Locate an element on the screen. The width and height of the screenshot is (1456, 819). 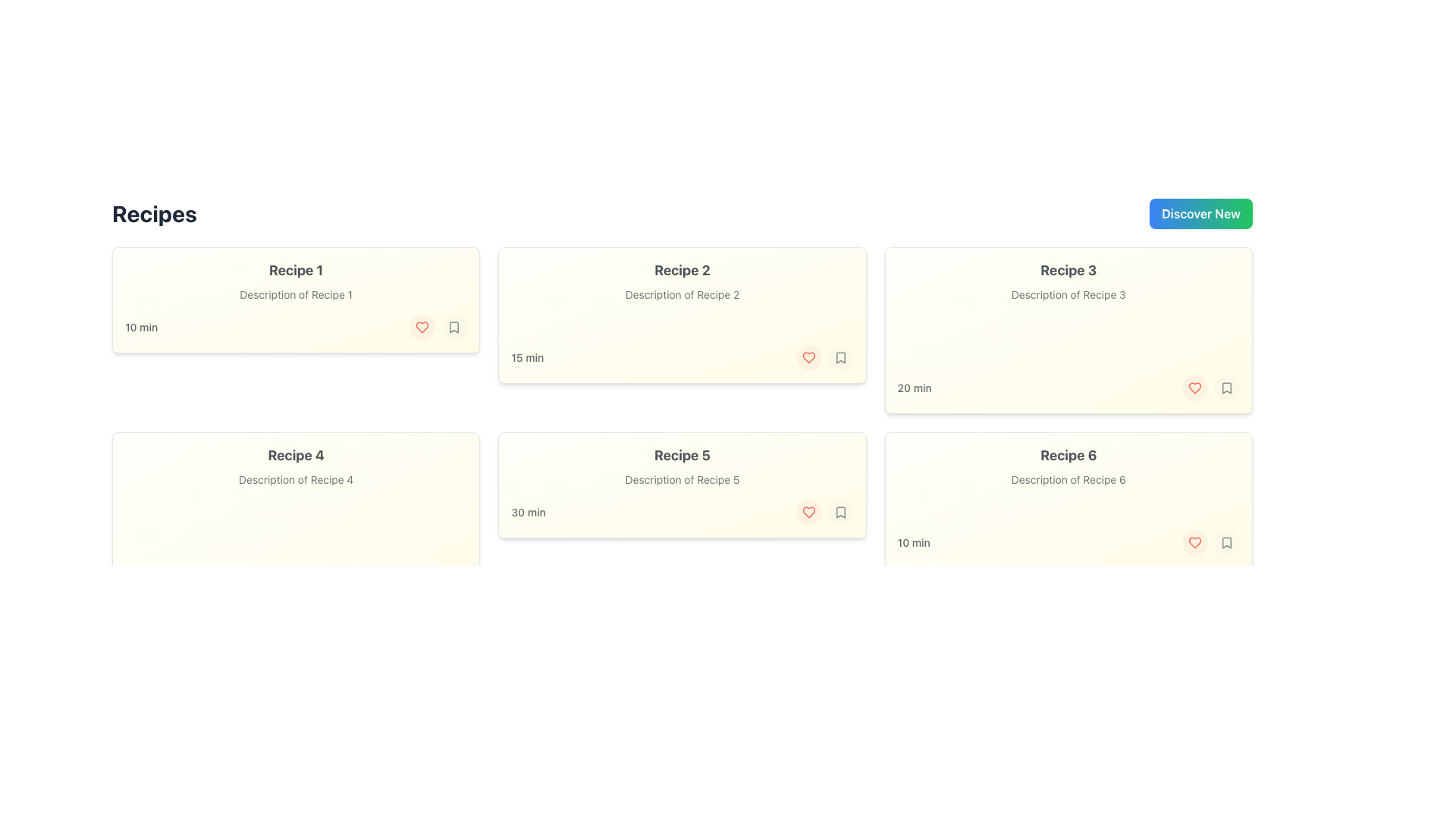
the static text indicating the time required for the recipe in the card labeled 'Recipe 3', located in the top-right section of the interface is located at coordinates (914, 388).